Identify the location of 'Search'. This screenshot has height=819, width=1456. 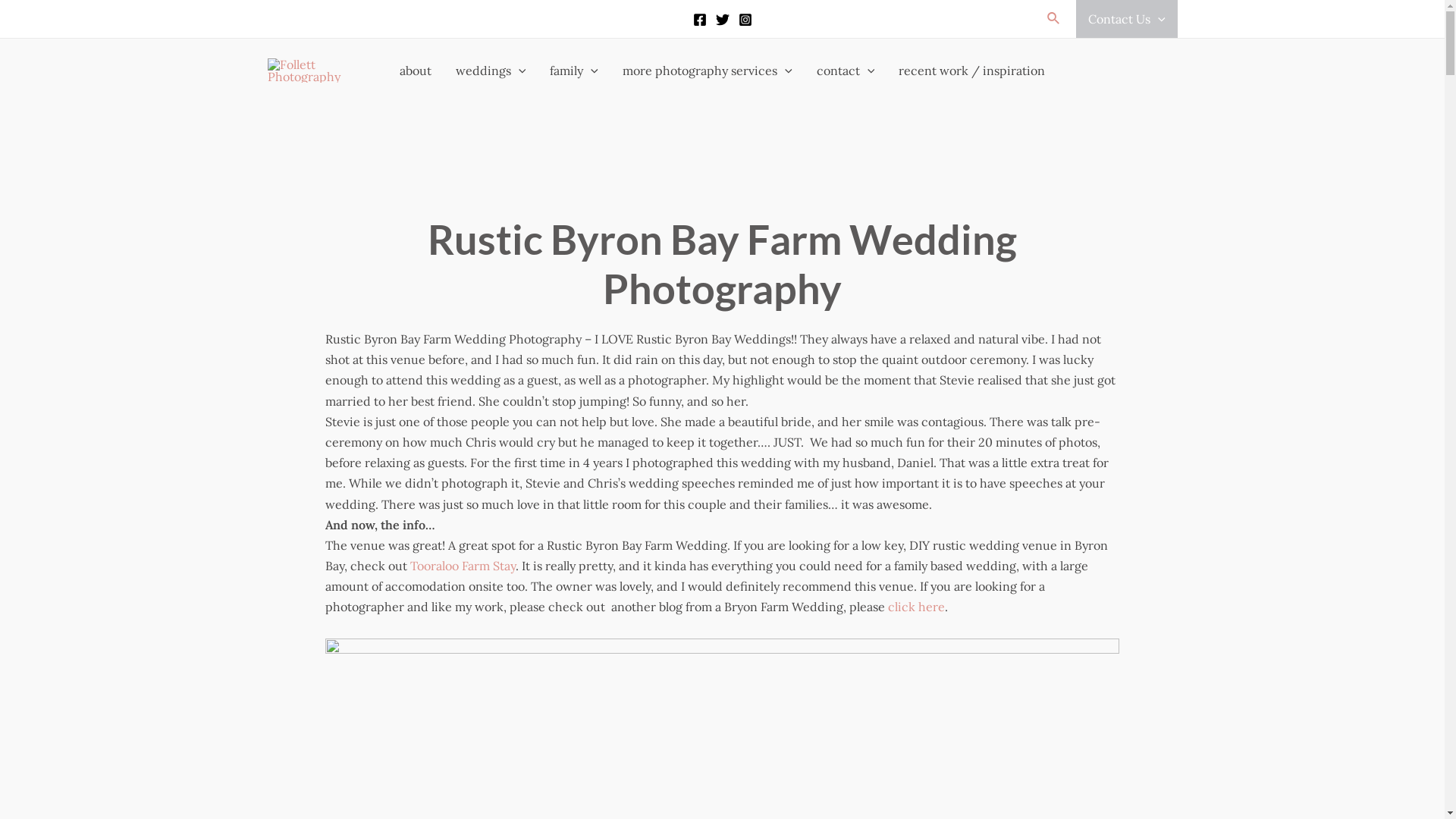
(1053, 18).